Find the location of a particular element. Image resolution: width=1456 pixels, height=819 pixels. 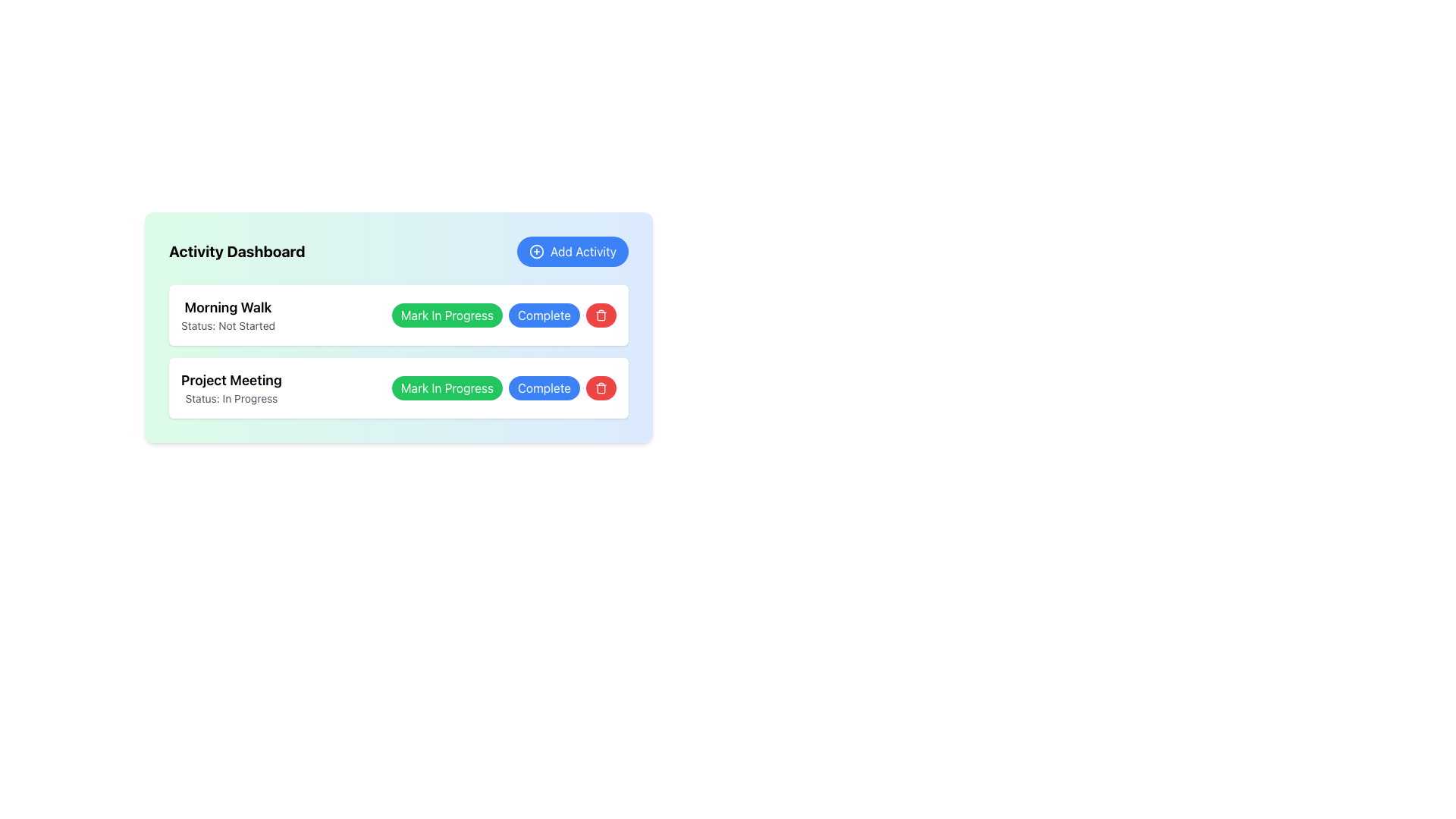

the trash can icon within the red circular button located at the far-right end of the button group is located at coordinates (600, 388).